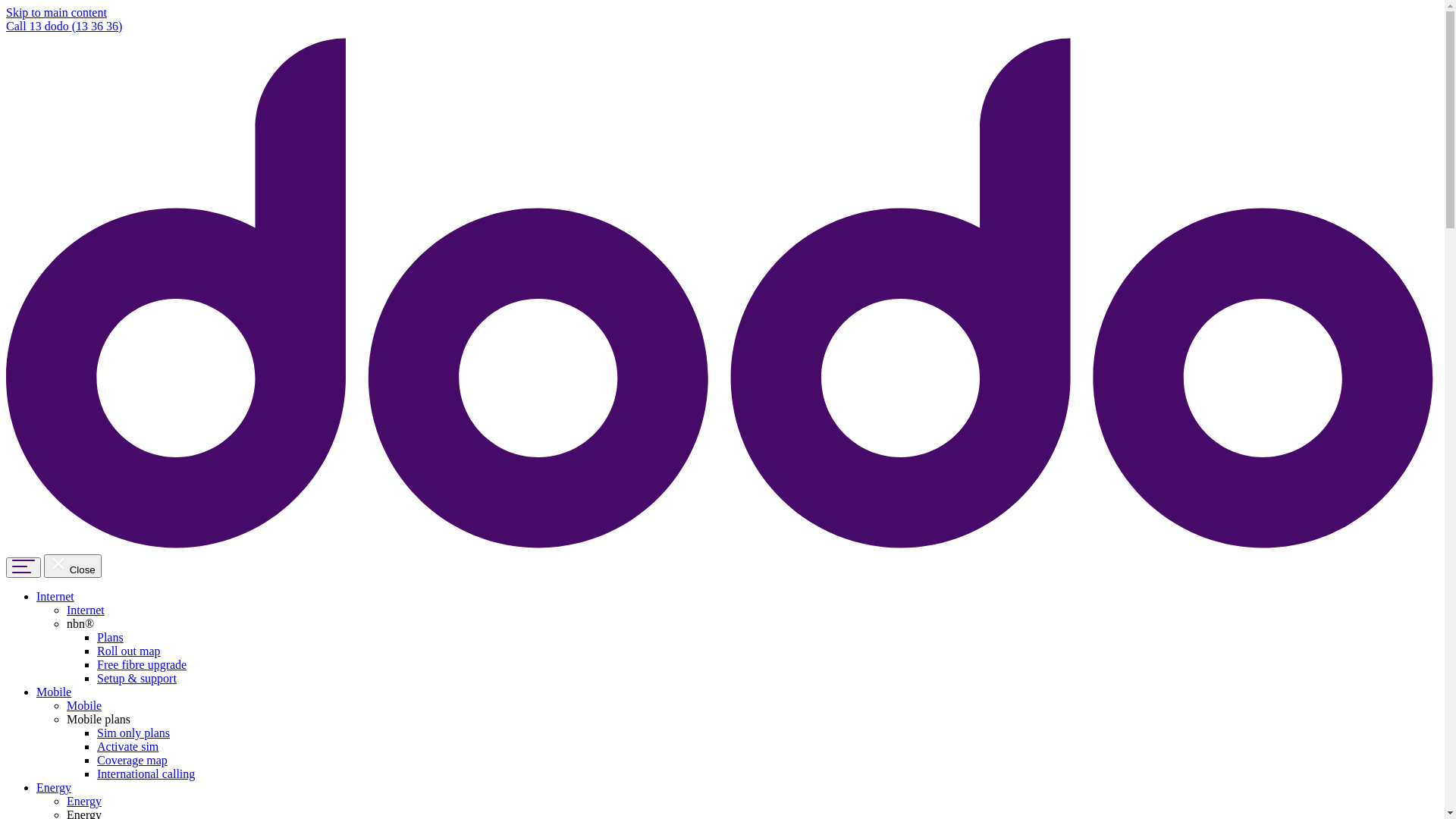 Image resolution: width=1456 pixels, height=819 pixels. I want to click on 'Activate sim', so click(127, 745).